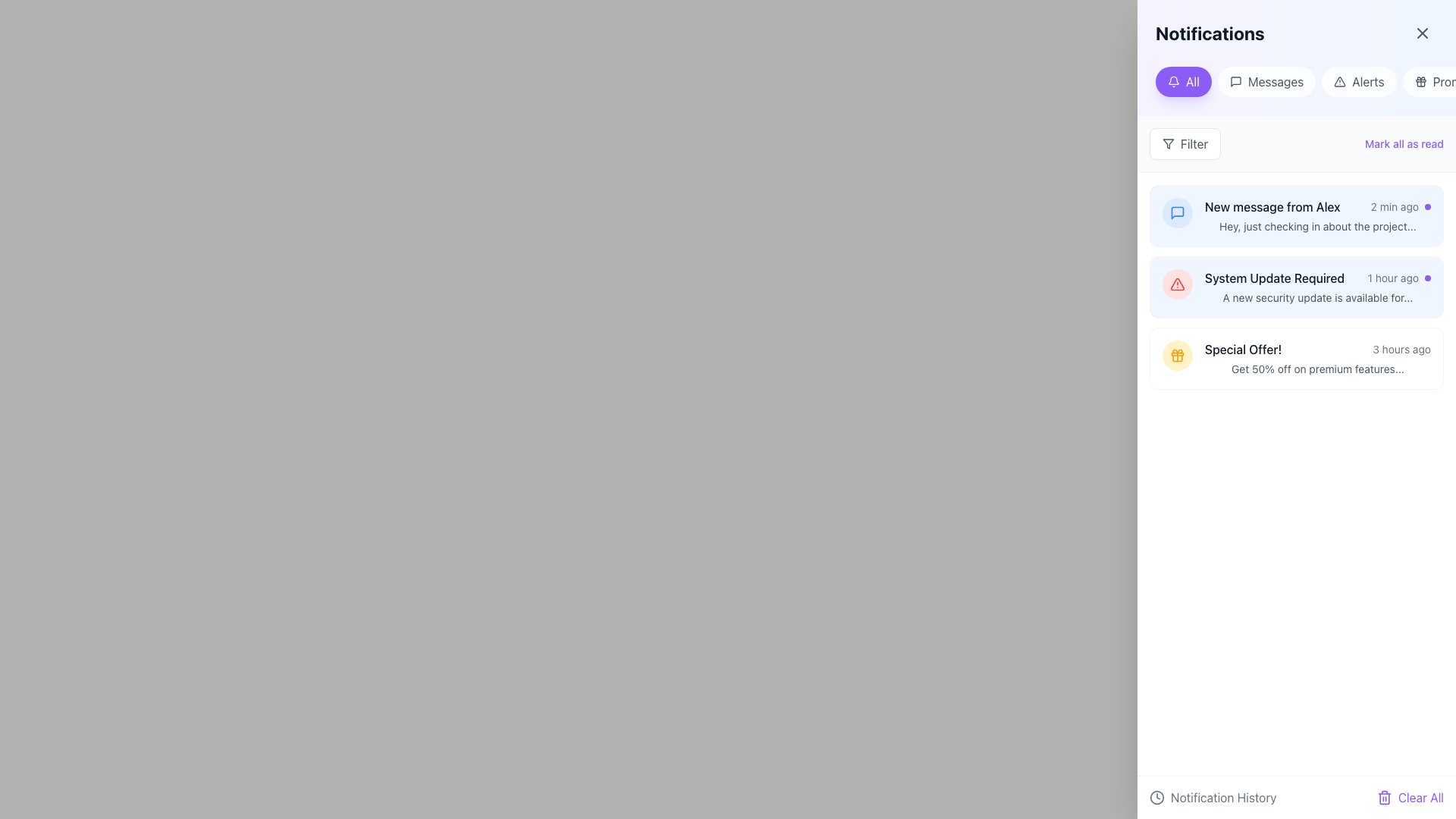 The image size is (1456, 819). What do you see at coordinates (1422, 33) in the screenshot?
I see `the close or 'X' icon located at the top-right corner of the notification panel, identified by its small graphical cross shape with gray stroke` at bounding box center [1422, 33].